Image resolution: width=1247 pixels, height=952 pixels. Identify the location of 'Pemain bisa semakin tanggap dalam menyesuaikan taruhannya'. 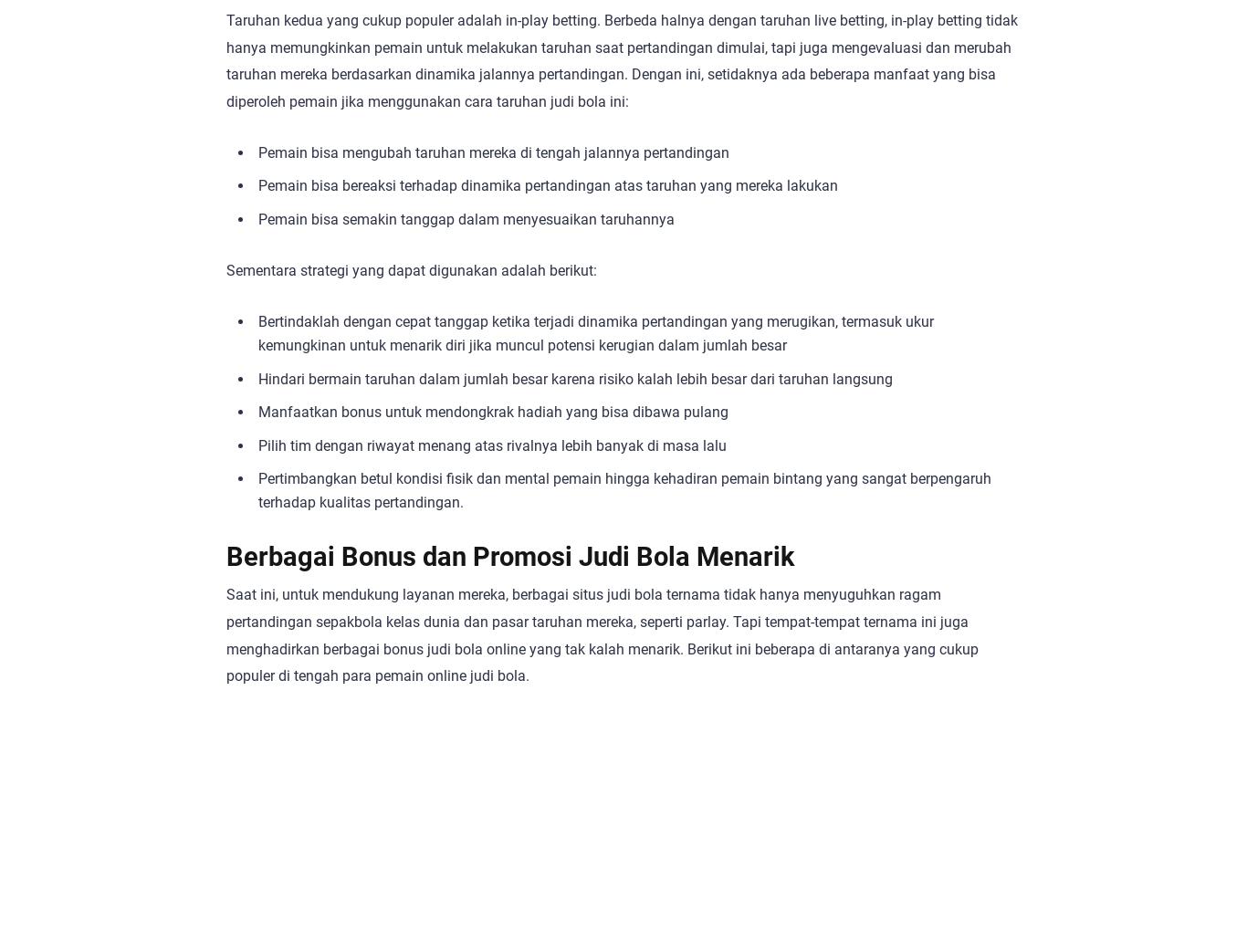
(466, 218).